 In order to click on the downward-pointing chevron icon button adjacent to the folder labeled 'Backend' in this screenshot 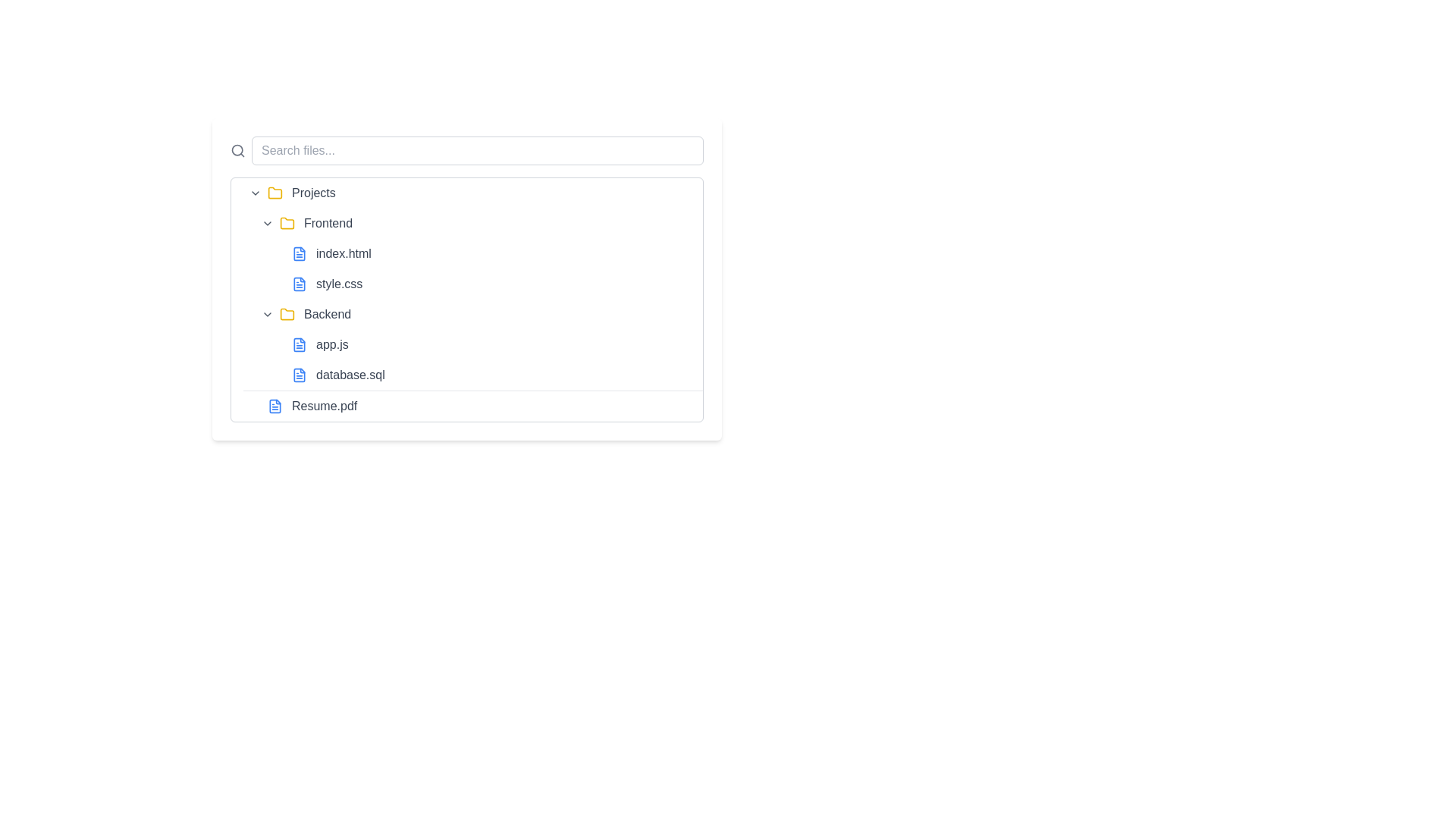, I will do `click(268, 314)`.